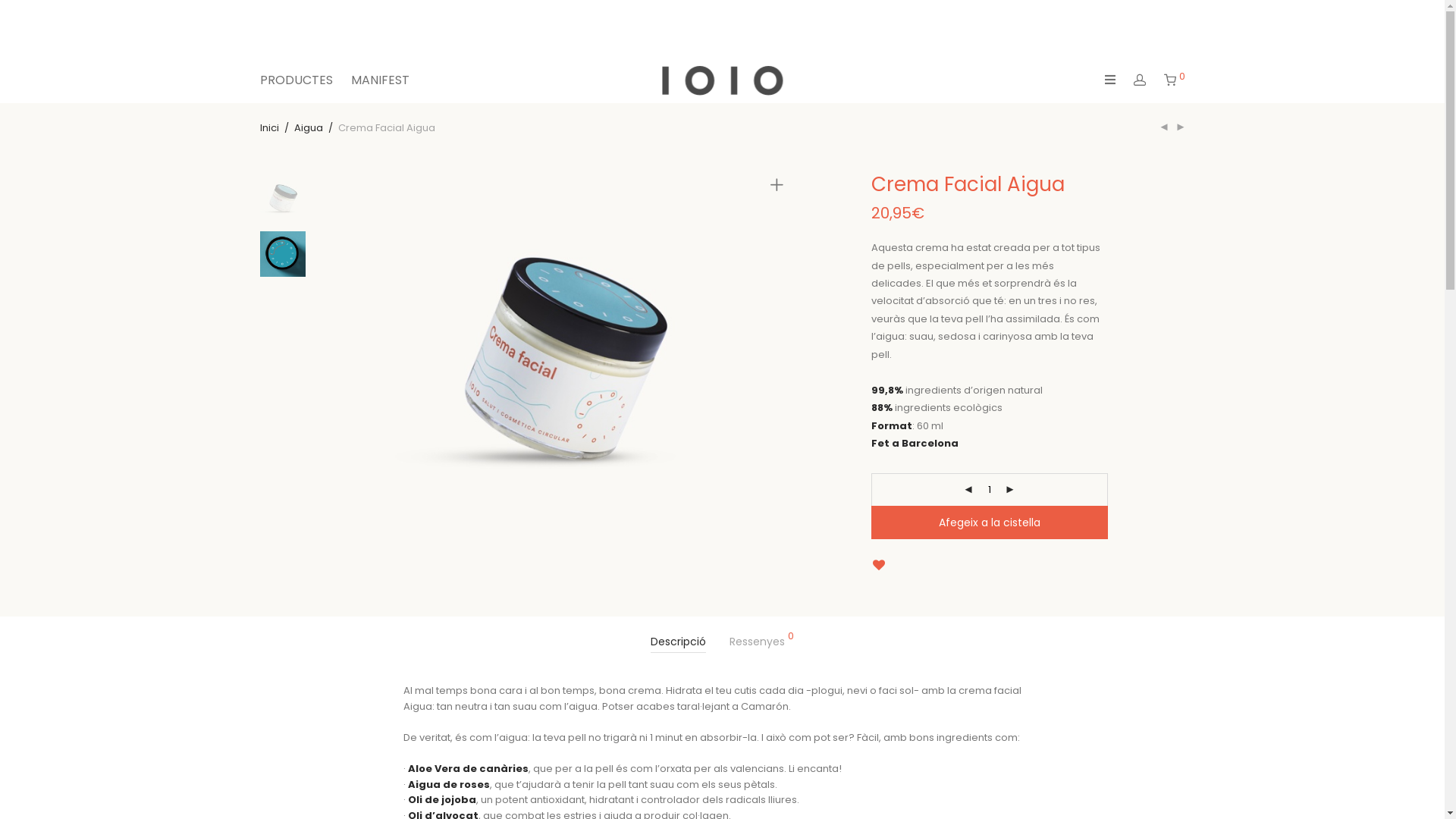  I want to click on 'cremafacial-680x500-OFF', so click(561, 337).